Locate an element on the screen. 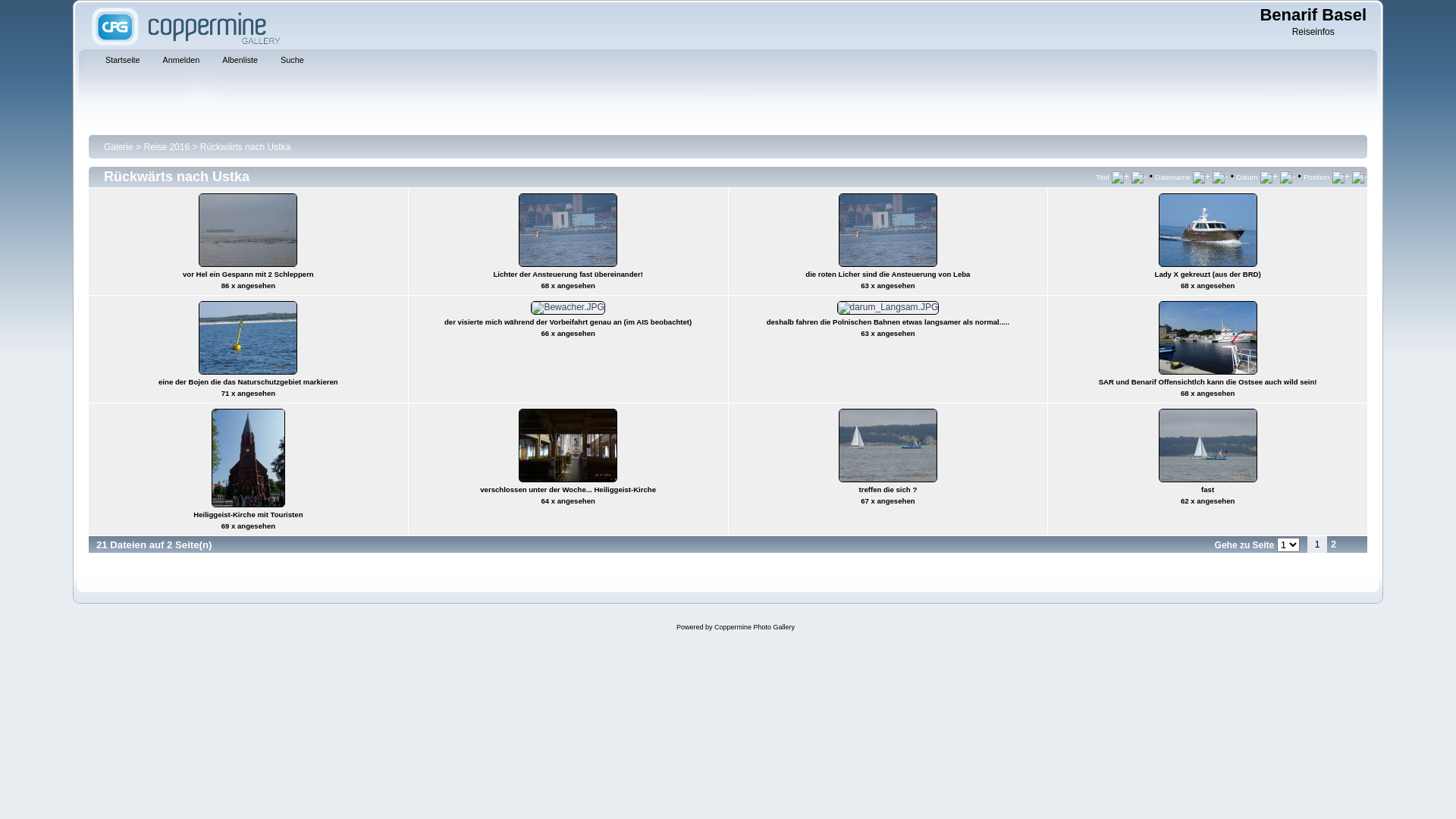  'Absteigend nach Position sortieren' is located at coordinates (1360, 175).